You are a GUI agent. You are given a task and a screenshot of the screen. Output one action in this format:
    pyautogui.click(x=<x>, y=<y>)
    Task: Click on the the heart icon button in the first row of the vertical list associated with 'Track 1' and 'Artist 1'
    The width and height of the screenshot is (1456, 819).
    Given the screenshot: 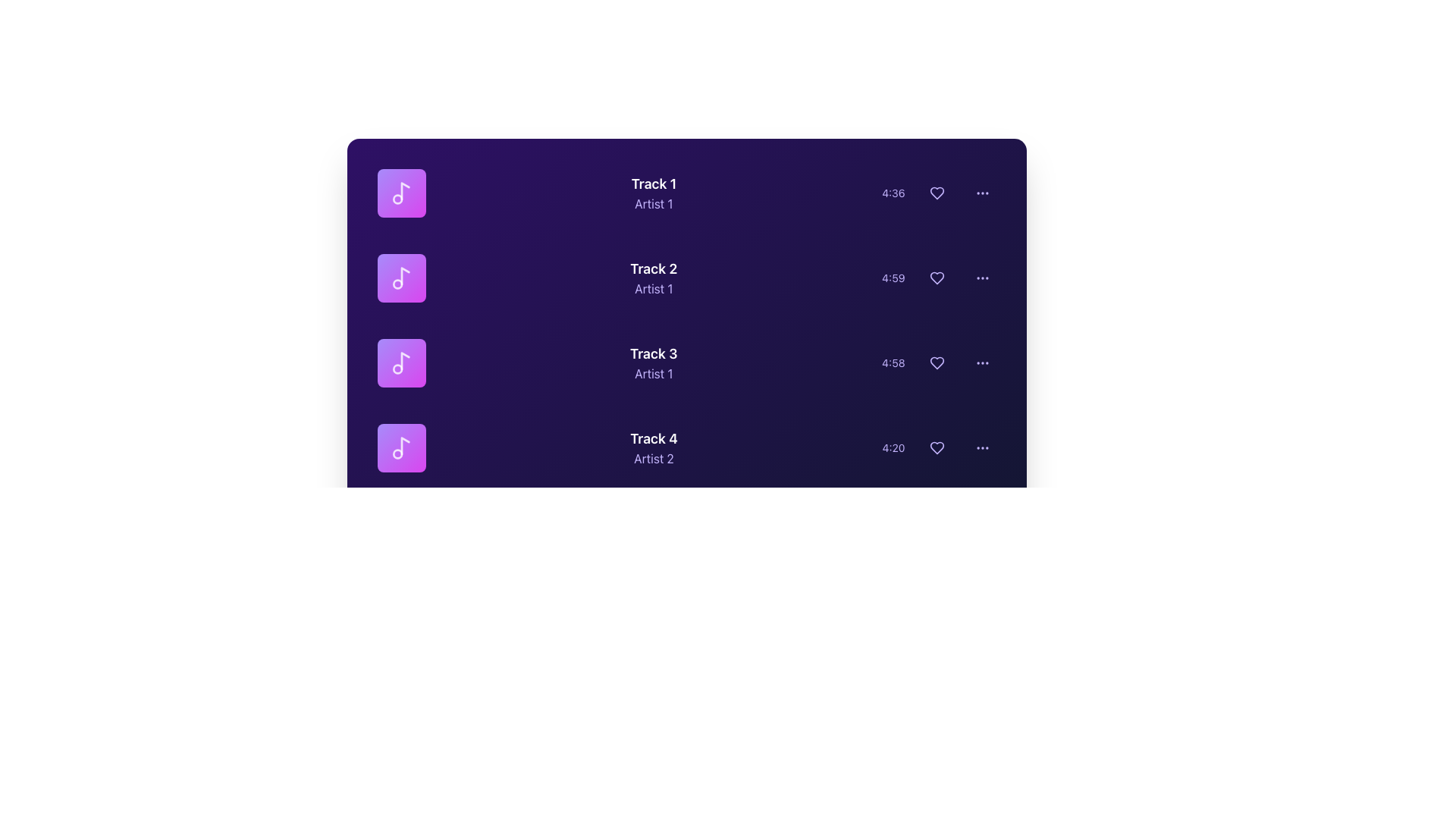 What is the action you would take?
    pyautogui.click(x=936, y=192)
    